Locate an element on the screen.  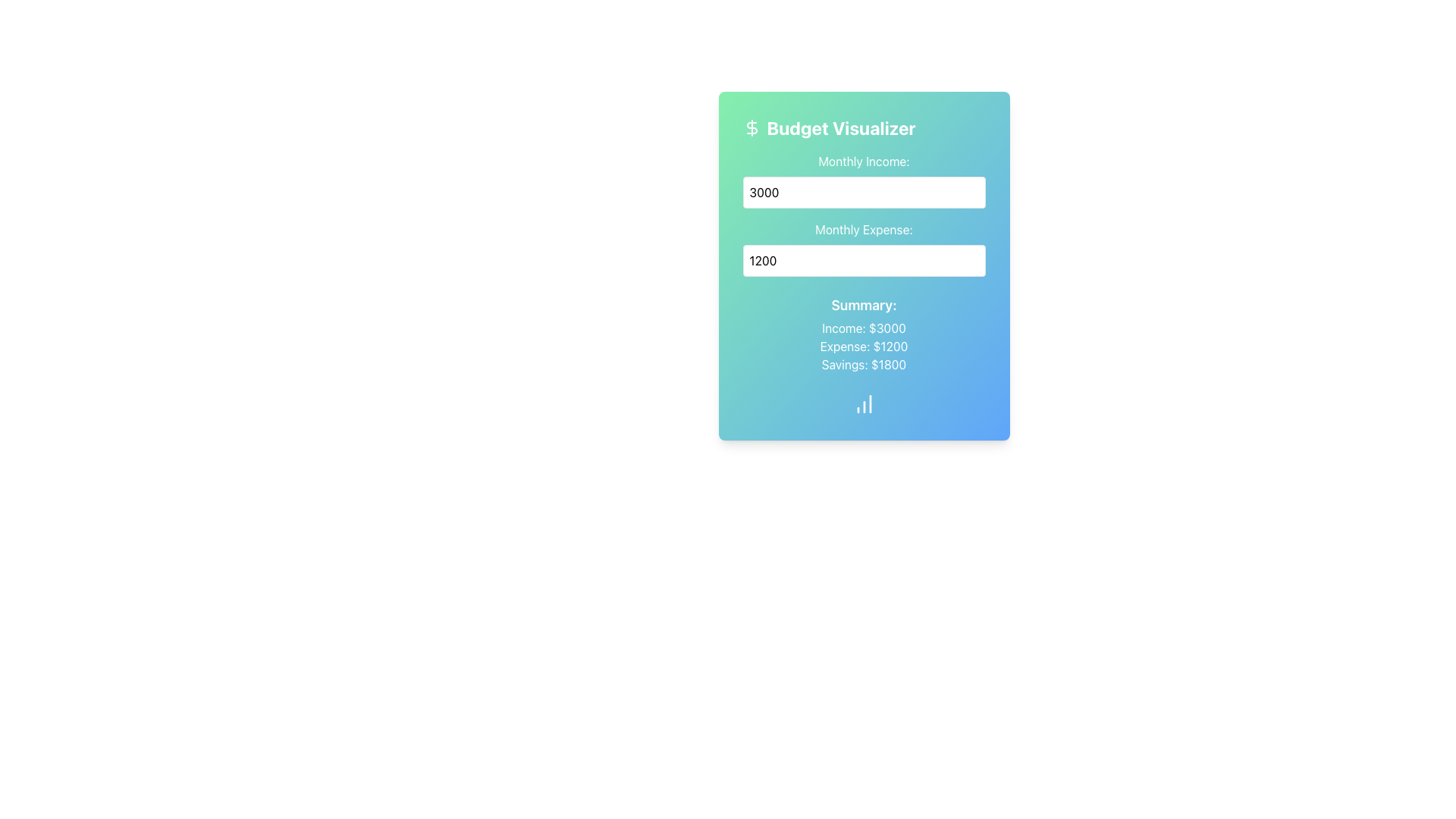
the text label 'Summary:' which is displayed in a bold, large white font against a gradient background transitioning from green to blue is located at coordinates (864, 305).